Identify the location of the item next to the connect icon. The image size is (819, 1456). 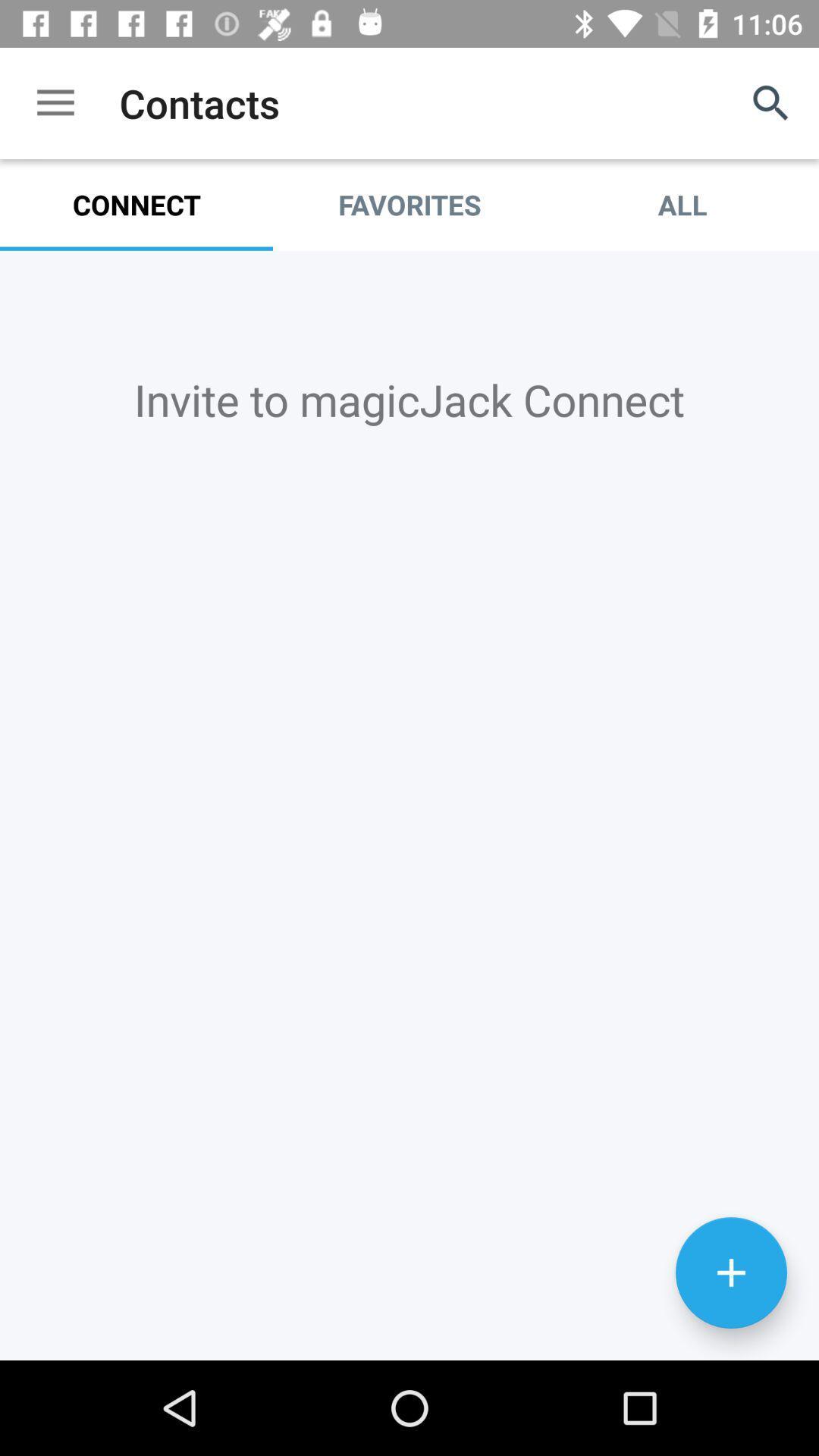
(409, 204).